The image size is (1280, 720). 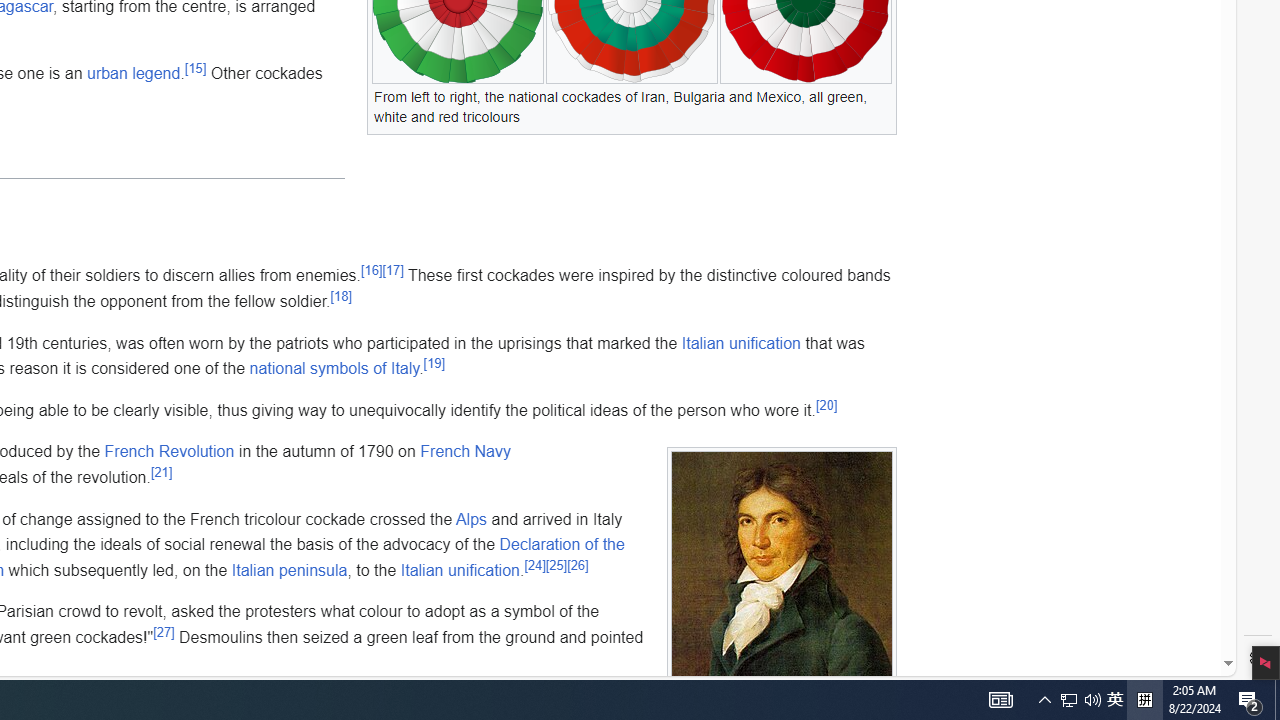 I want to click on '[19]', so click(x=432, y=362).